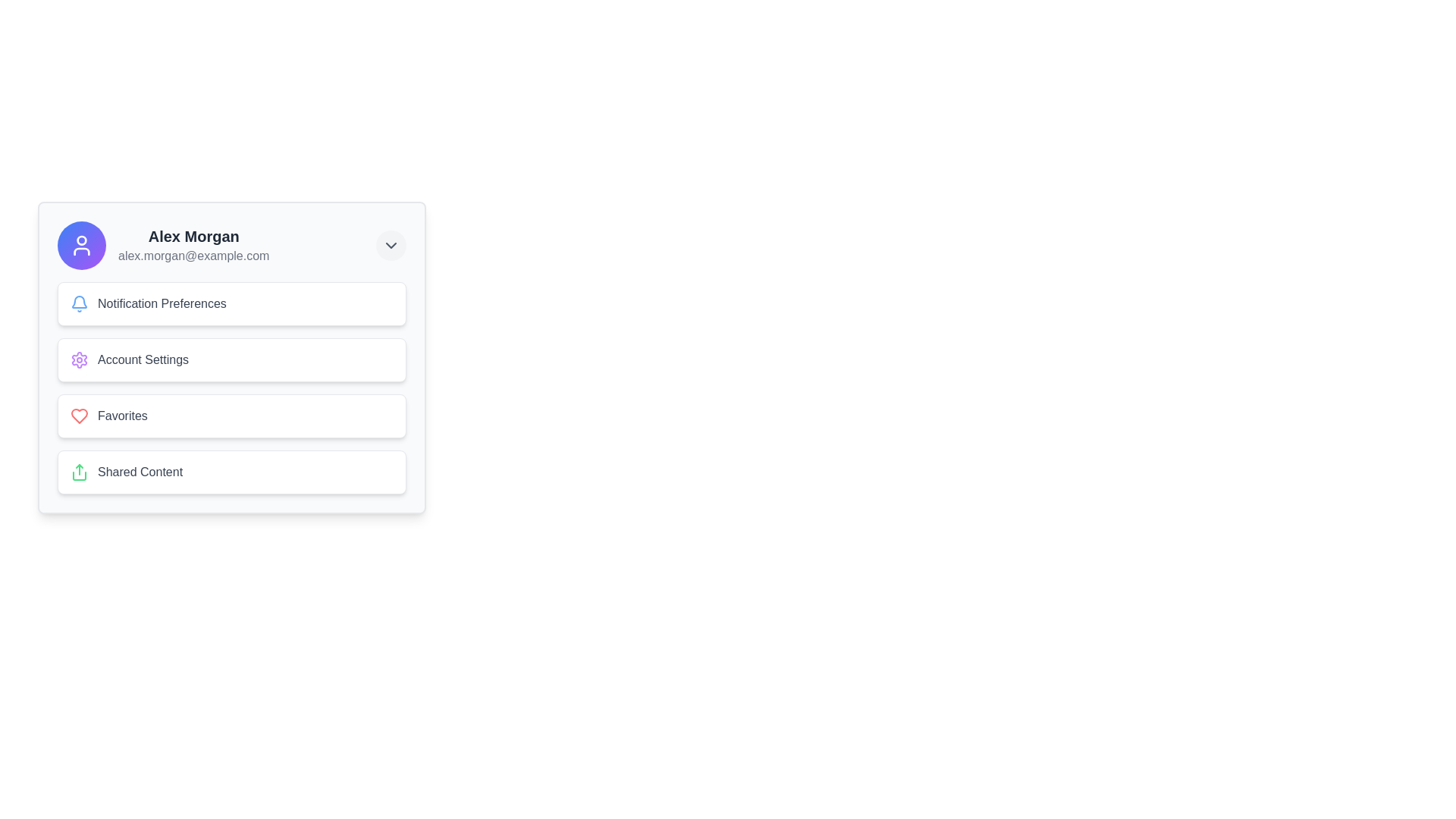  Describe the element at coordinates (231, 245) in the screenshot. I see `user details displayed in the Profile header component, which includes the avatar of Alex Morgan and the associated email address` at that location.